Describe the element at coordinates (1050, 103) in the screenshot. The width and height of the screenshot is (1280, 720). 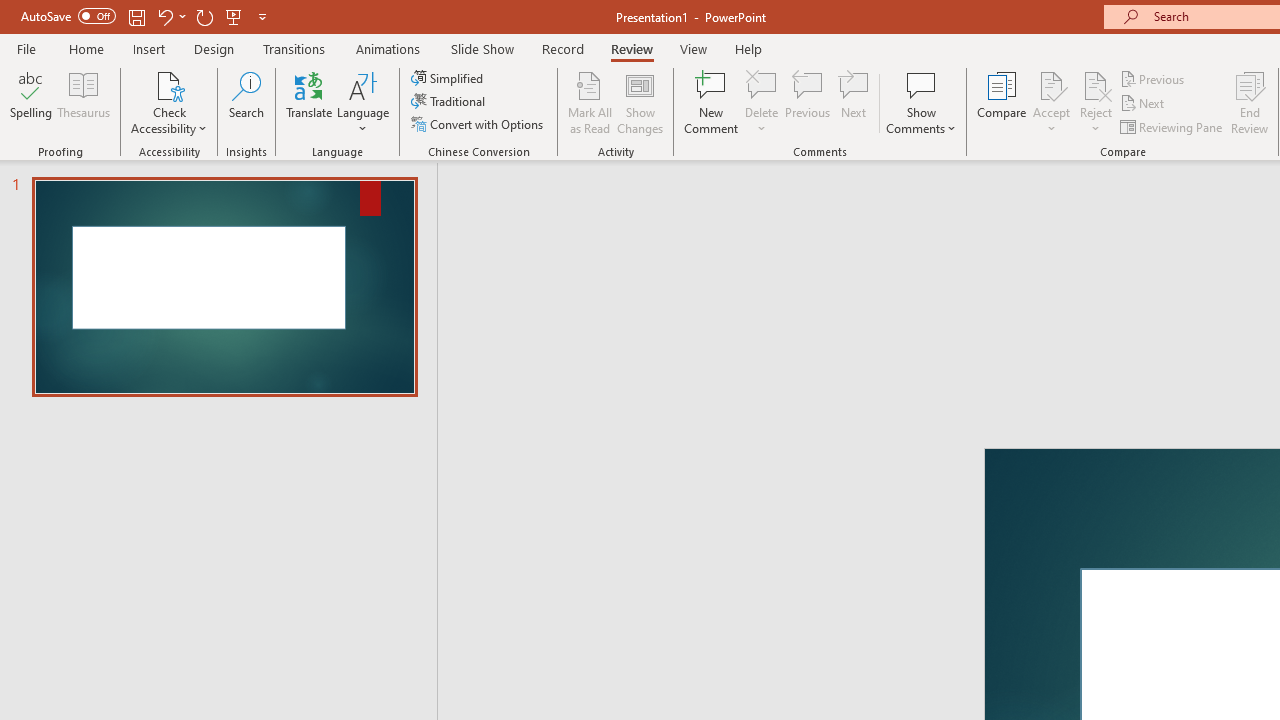
I see `'Accept'` at that location.